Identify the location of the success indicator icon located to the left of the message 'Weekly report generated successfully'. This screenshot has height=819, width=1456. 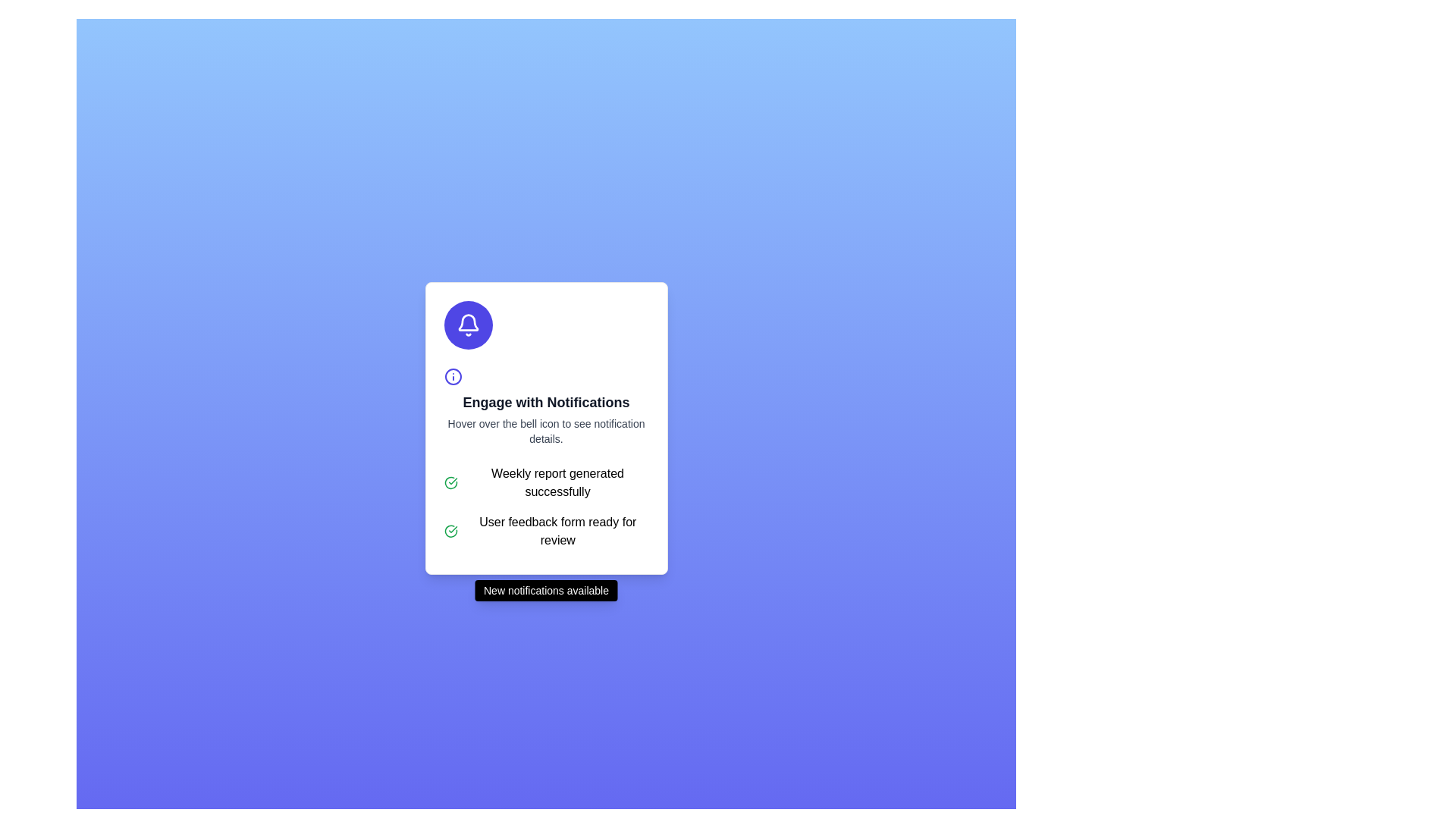
(450, 482).